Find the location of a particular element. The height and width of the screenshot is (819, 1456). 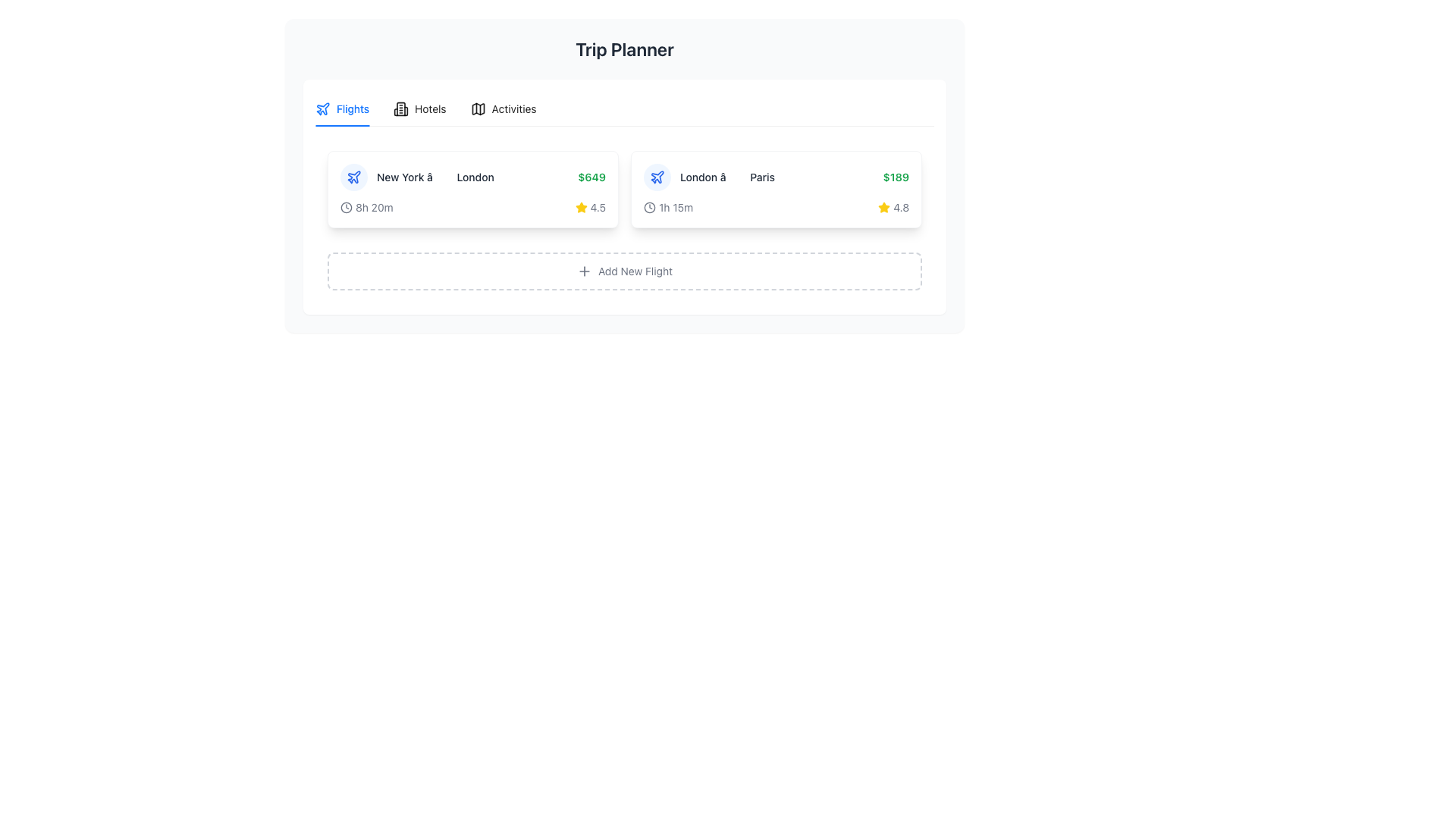

the flight information icon located on the far right within a row, centered in a card-like structure is located at coordinates (657, 177).